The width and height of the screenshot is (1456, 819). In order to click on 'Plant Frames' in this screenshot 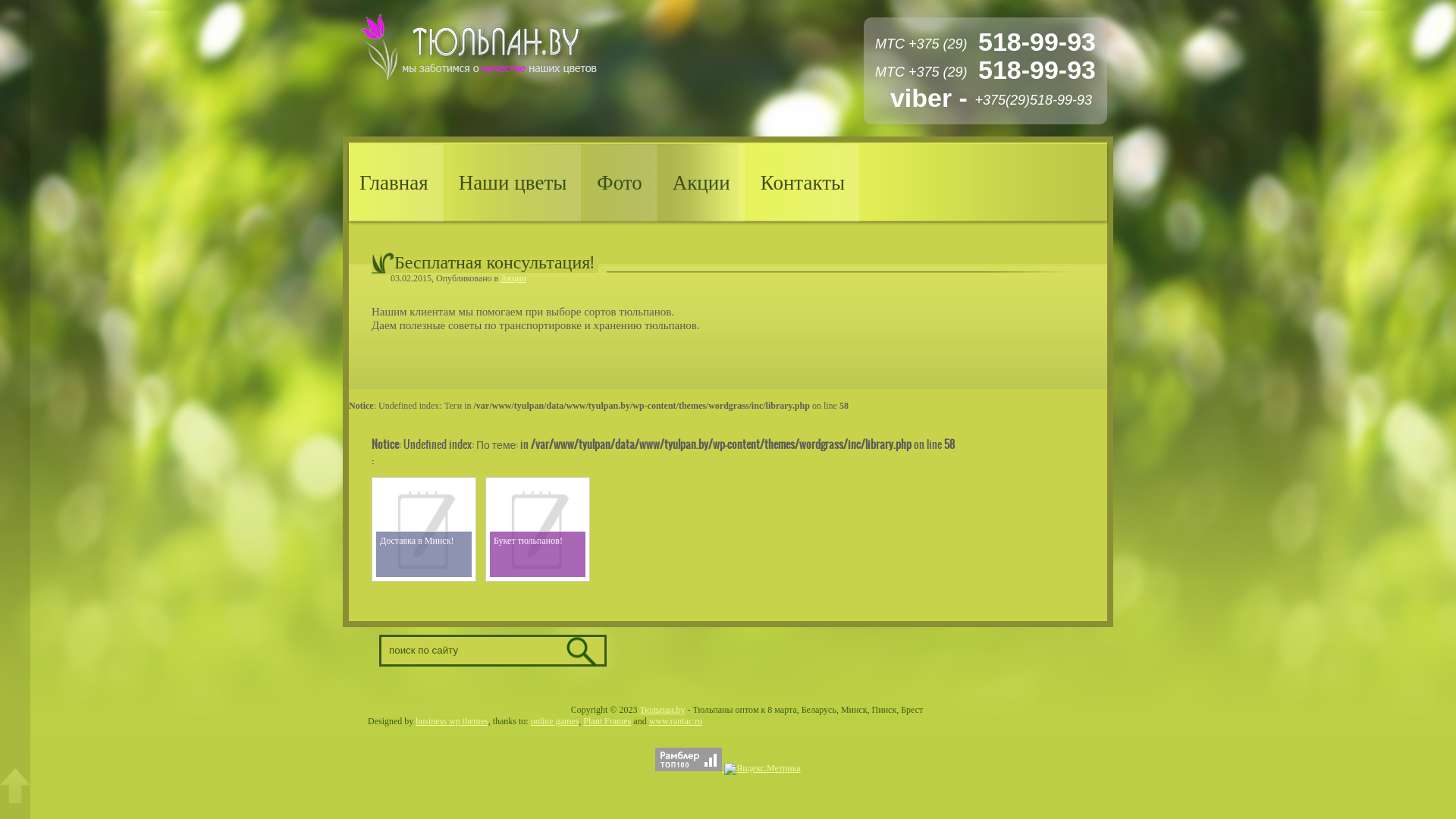, I will do `click(607, 720)`.